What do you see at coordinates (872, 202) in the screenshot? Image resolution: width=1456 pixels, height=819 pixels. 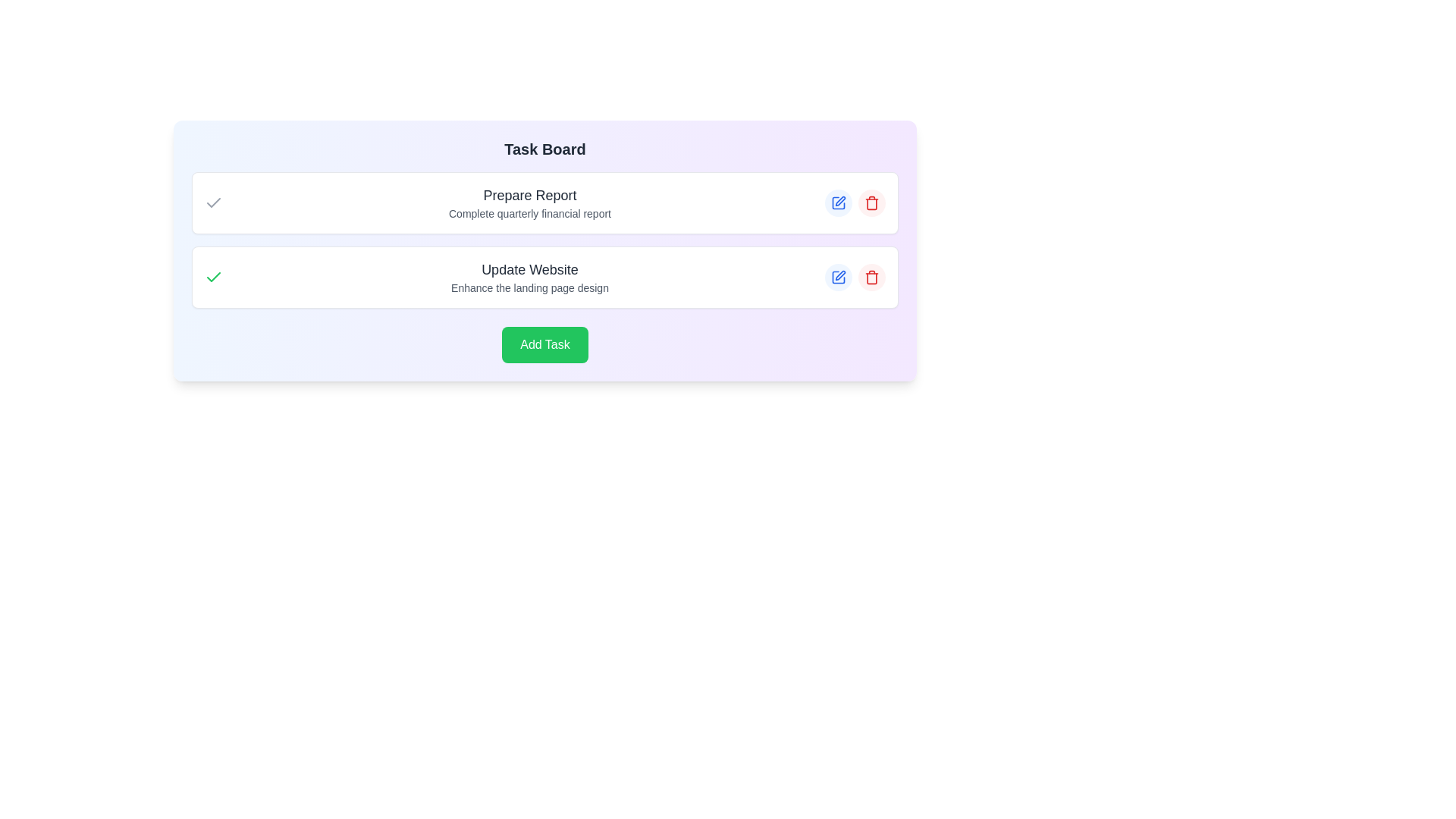 I see `the delete button for the 'Prepare Report' task located` at bounding box center [872, 202].